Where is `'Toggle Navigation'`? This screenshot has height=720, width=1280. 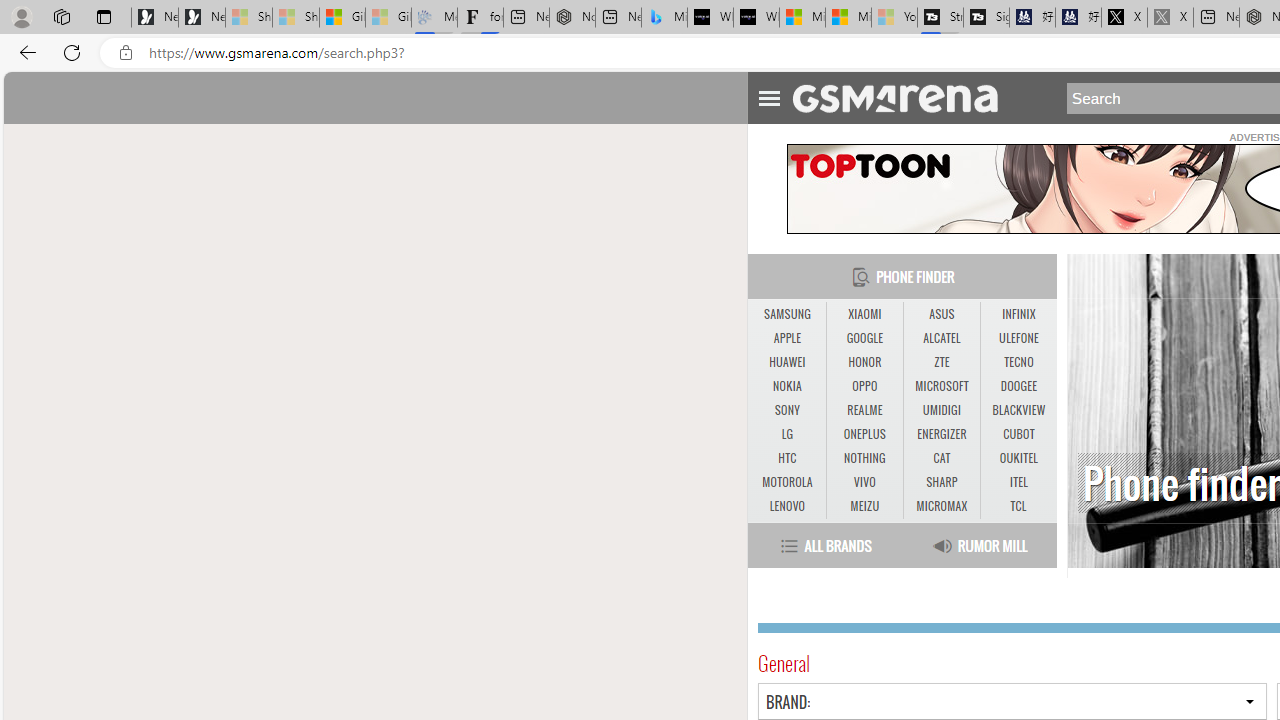 'Toggle Navigation' is located at coordinates (768, 95).